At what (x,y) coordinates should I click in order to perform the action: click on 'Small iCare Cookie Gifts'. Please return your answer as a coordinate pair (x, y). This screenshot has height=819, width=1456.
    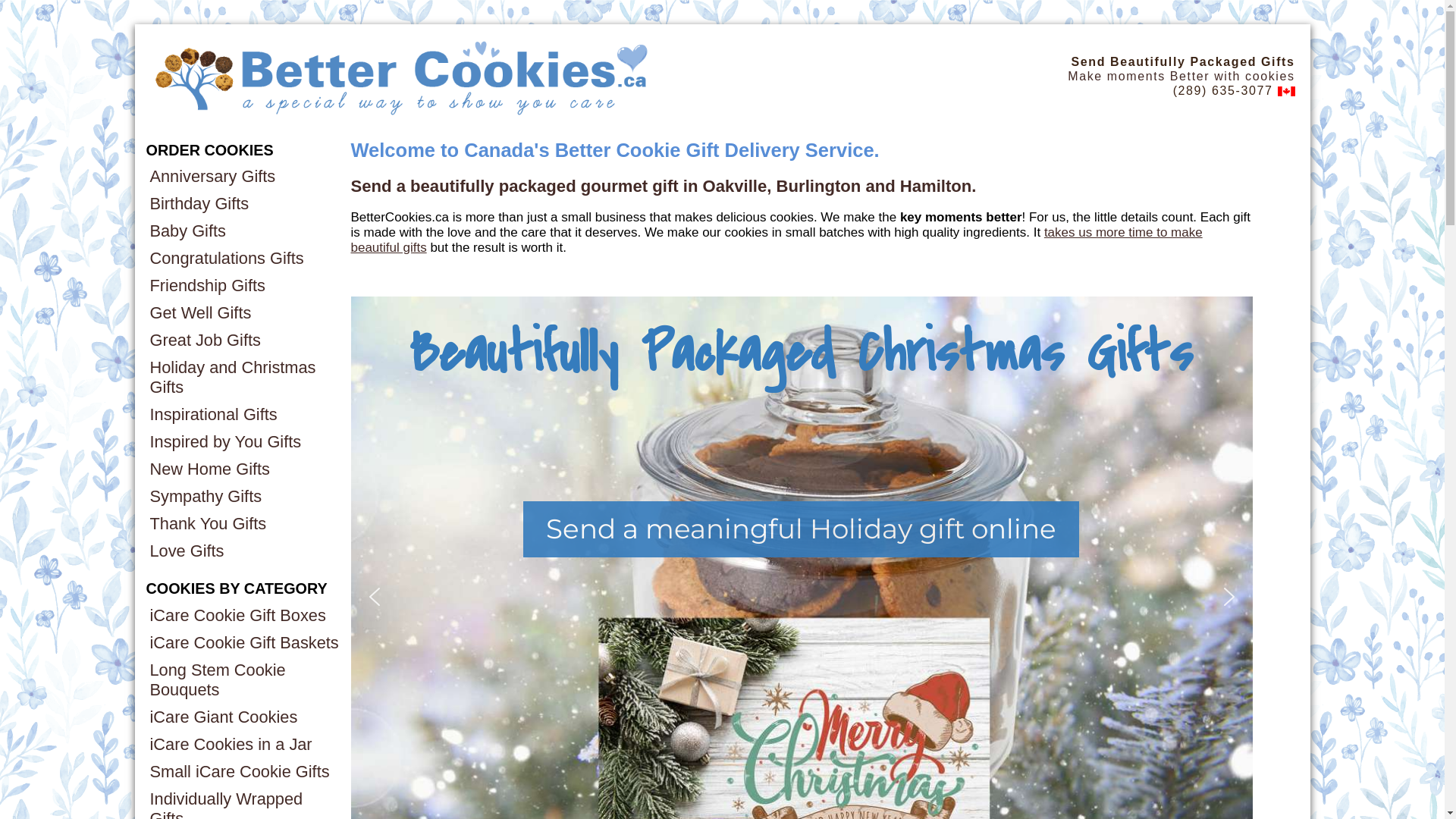
    Looking at the image, I should click on (243, 772).